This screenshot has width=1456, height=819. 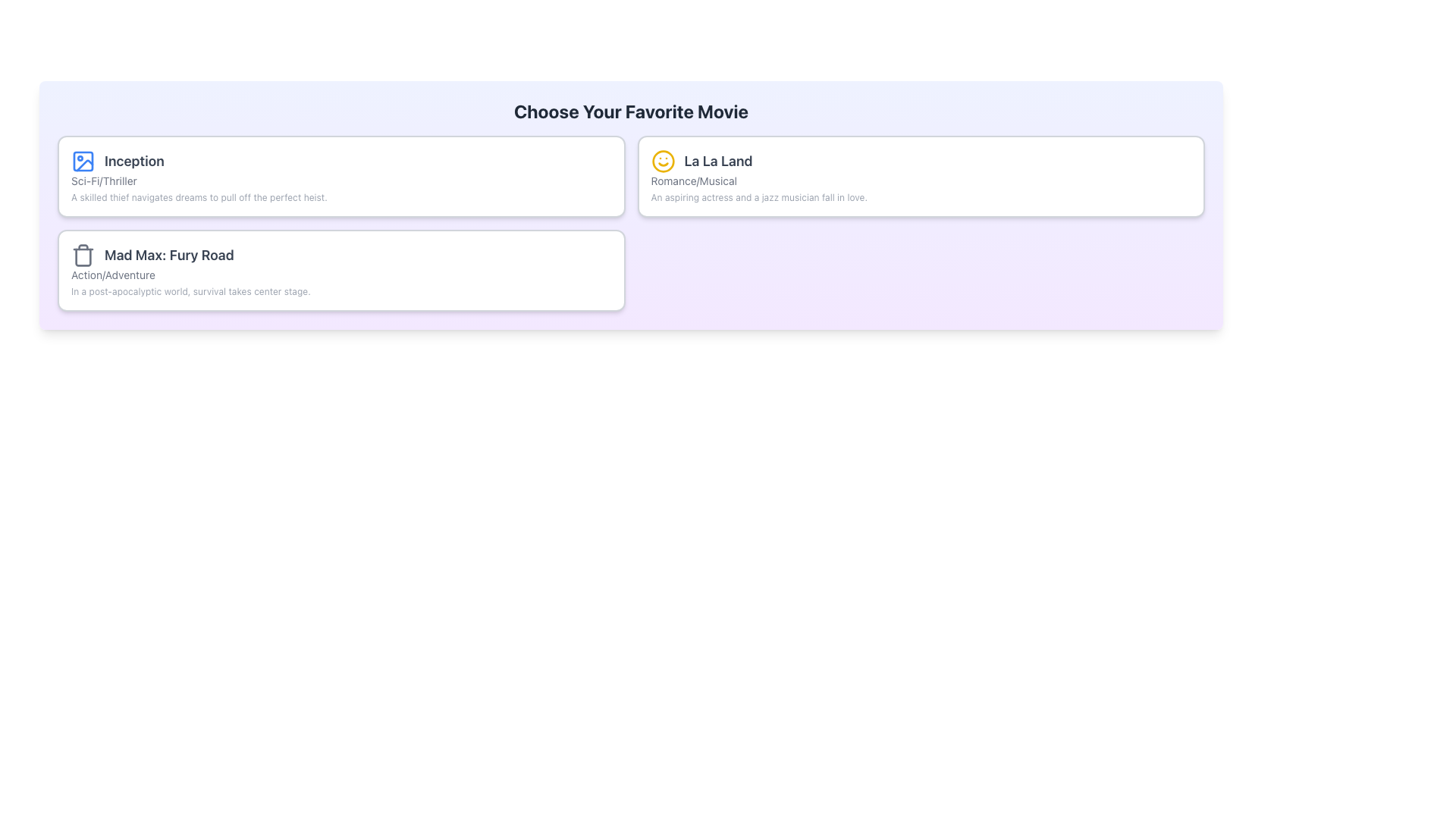 What do you see at coordinates (663, 161) in the screenshot?
I see `the smiley face icon representing the movie 'La La Land', which is positioned to the left of the text within the movie block` at bounding box center [663, 161].